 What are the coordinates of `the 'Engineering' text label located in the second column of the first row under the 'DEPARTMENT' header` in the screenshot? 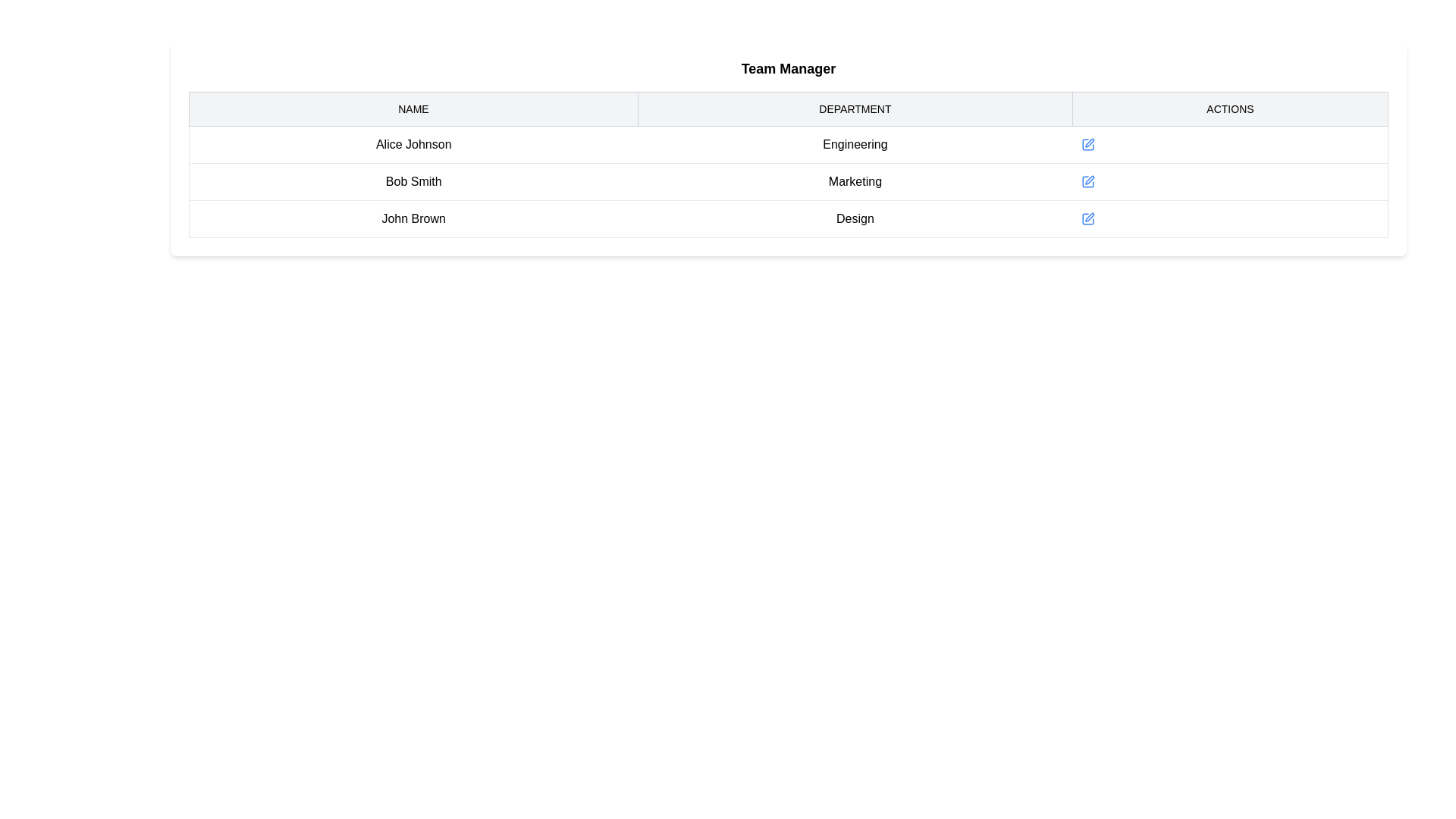 It's located at (855, 145).